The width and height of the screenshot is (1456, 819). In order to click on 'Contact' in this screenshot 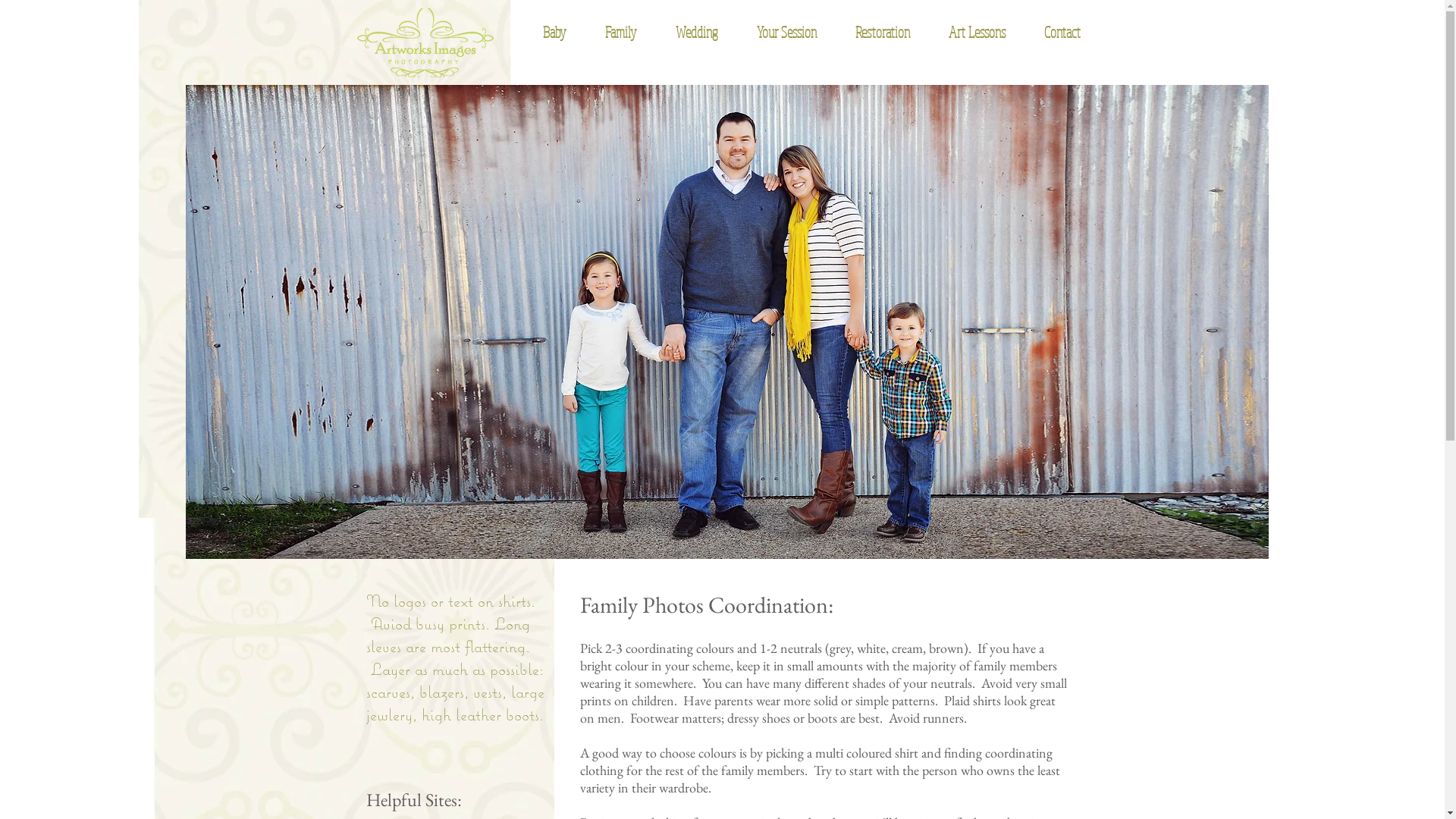, I will do `click(1053, 32)`.